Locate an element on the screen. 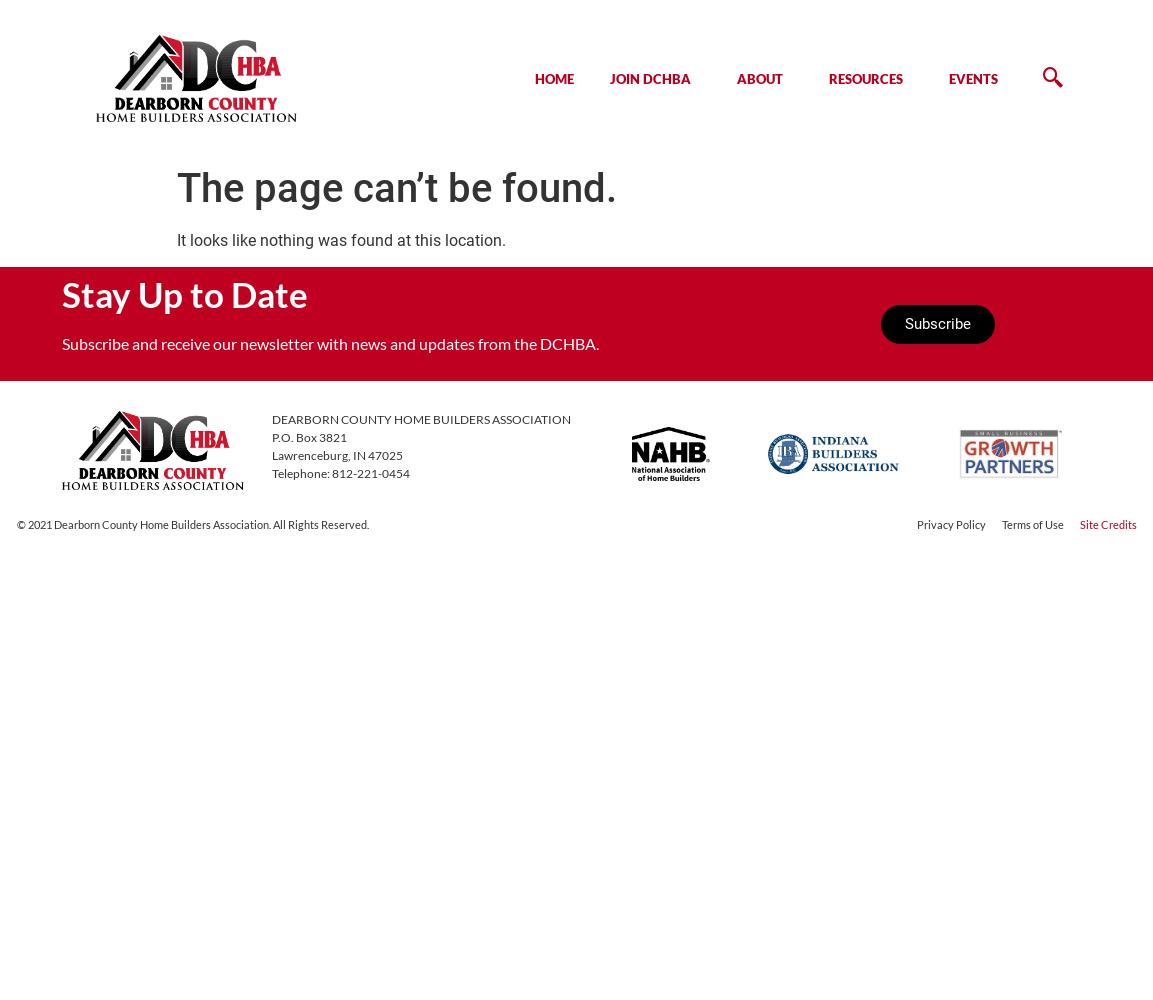 The image size is (1153, 1000). 'P.O. Box 3821' is located at coordinates (307, 436).